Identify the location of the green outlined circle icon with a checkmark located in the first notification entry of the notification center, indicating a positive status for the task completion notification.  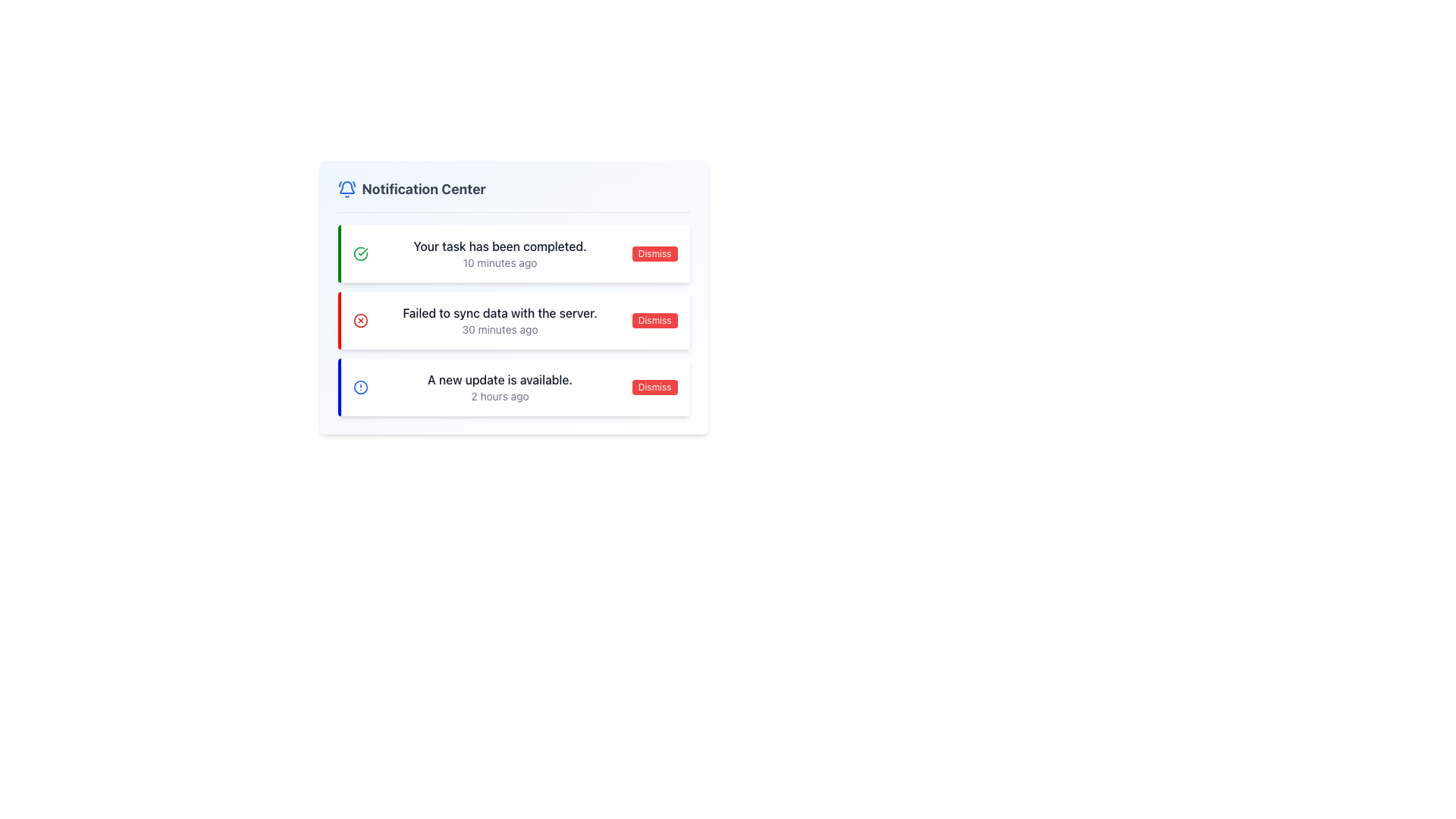
(359, 253).